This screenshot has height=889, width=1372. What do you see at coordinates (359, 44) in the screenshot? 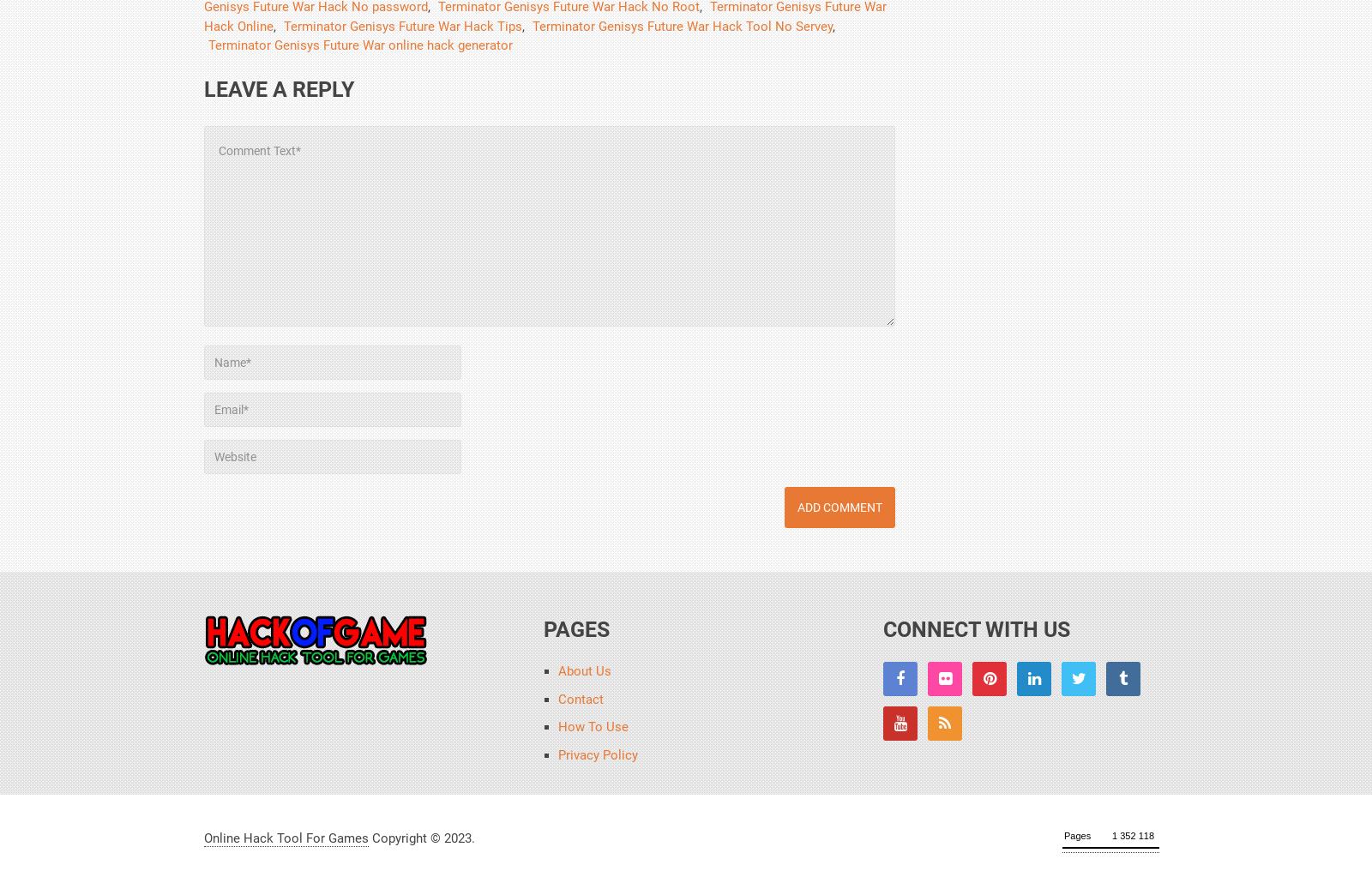
I see `'Terminator Genisys Future War online hack generator'` at bounding box center [359, 44].